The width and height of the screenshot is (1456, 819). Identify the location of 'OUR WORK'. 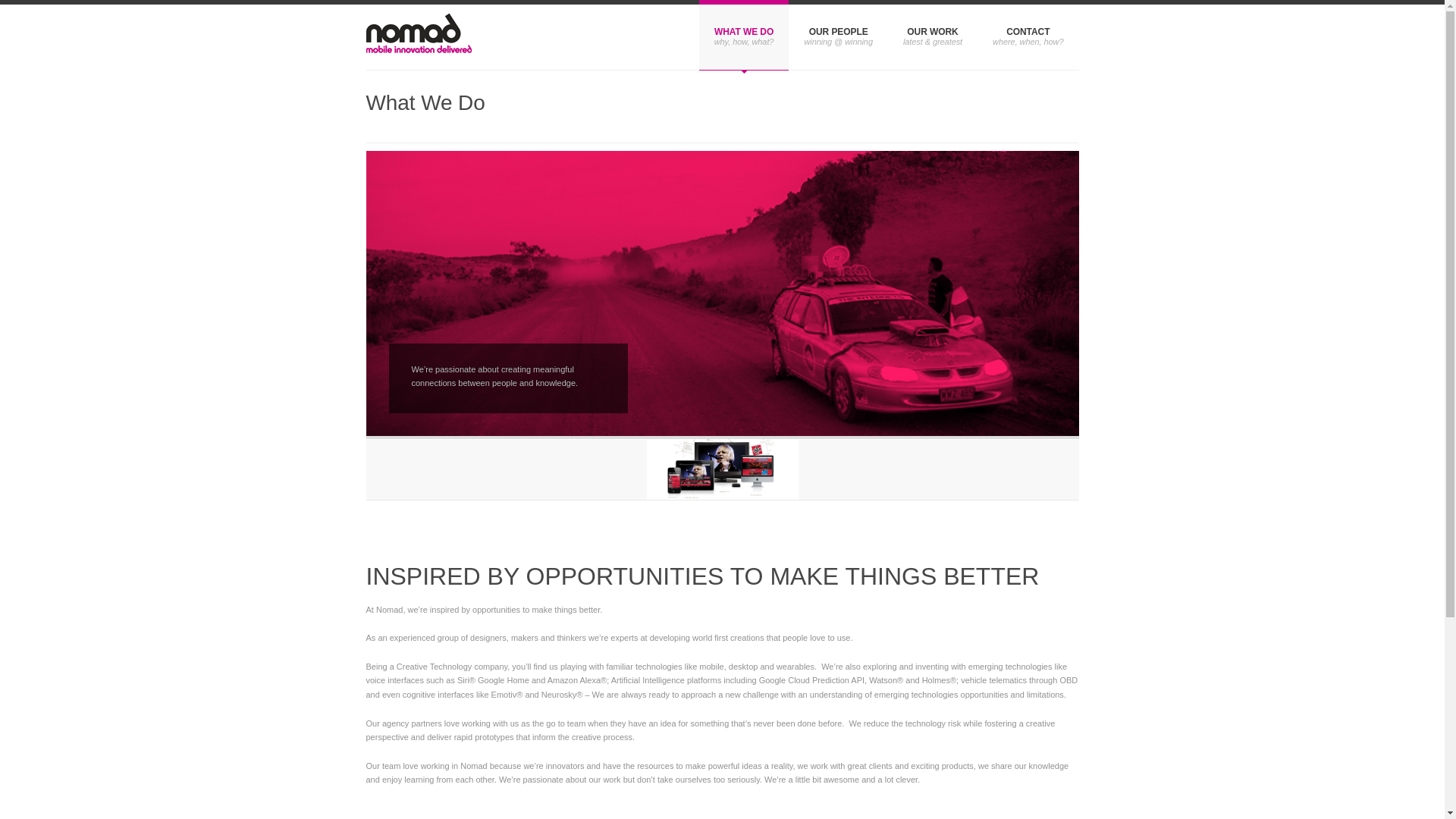
(931, 34).